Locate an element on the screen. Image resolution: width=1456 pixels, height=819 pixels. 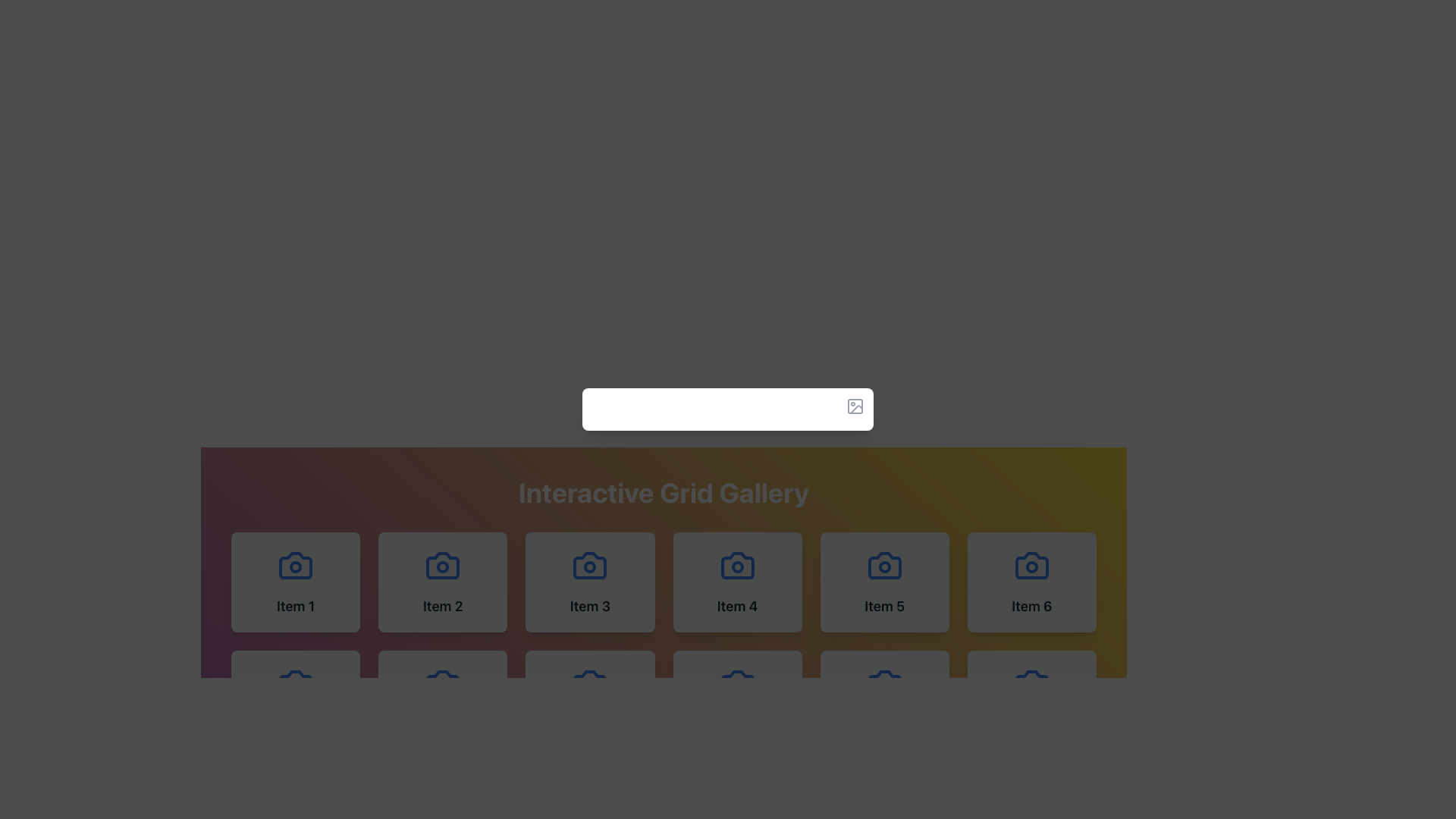
the text label that identifies the card's content as 'Item 5', located in the third row and second column of the grid layout, positioned below its visual icon component is located at coordinates (884, 605).